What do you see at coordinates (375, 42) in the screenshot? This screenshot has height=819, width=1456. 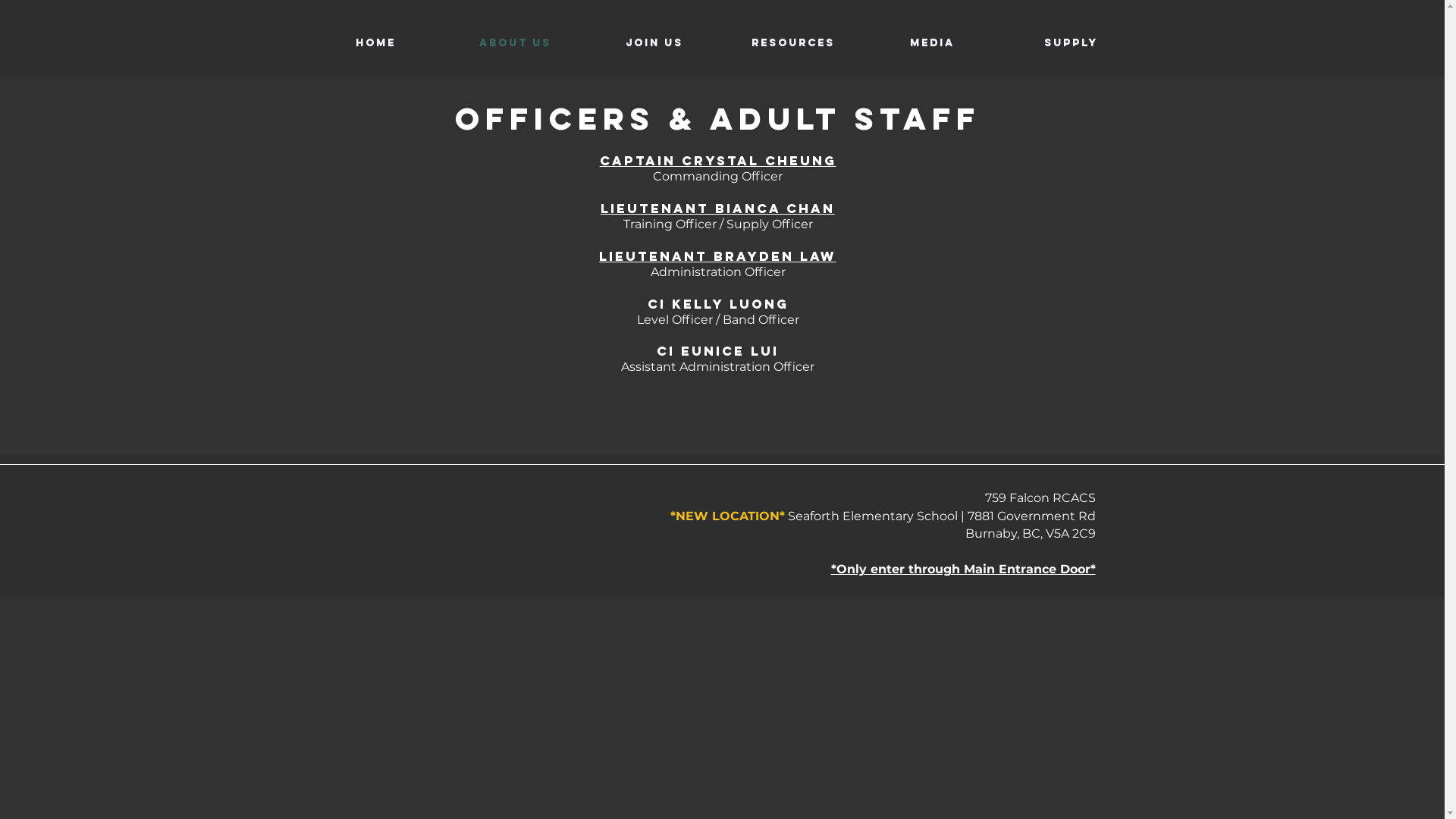 I see `'Home'` at bounding box center [375, 42].